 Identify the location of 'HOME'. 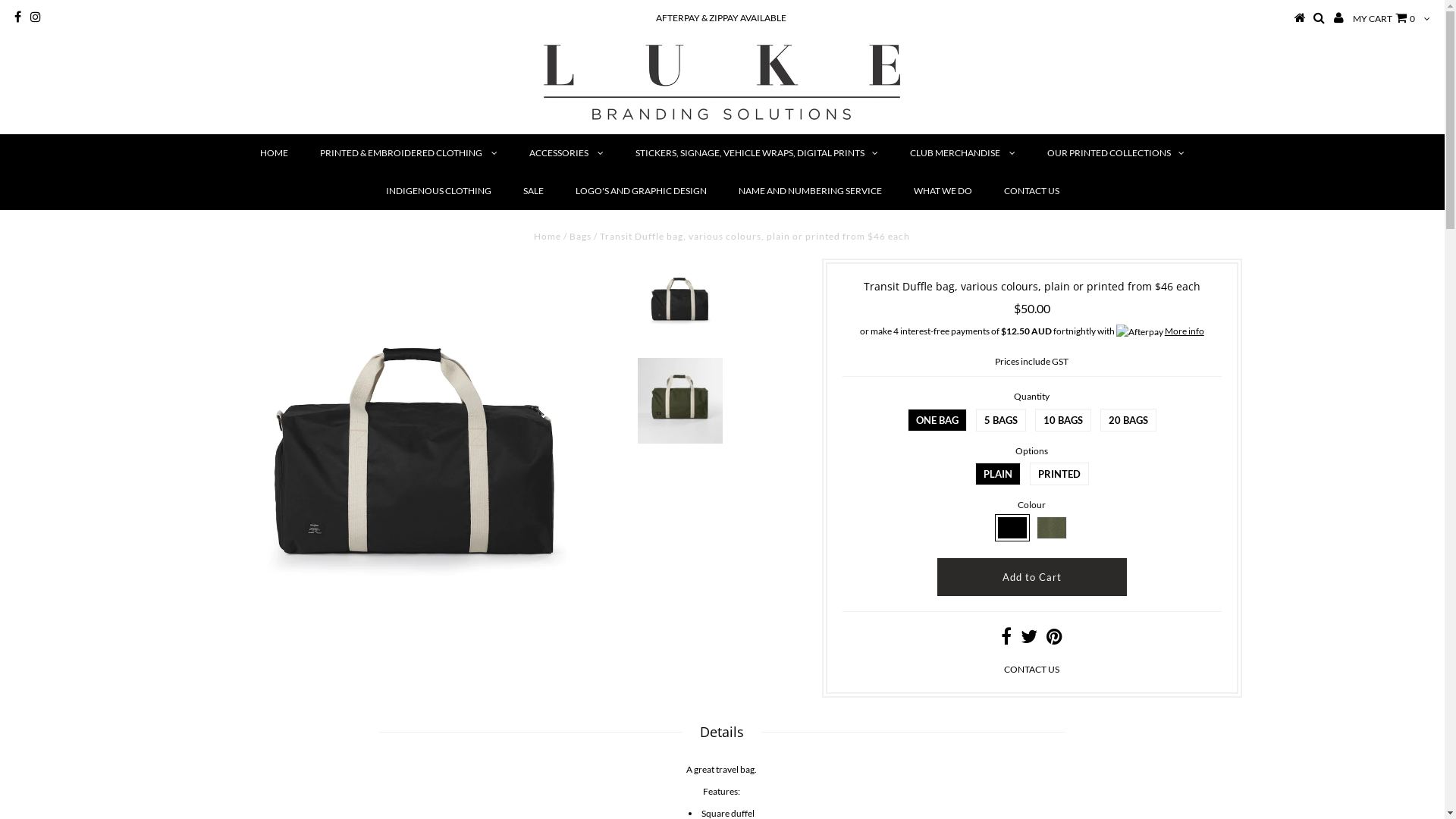
(274, 152).